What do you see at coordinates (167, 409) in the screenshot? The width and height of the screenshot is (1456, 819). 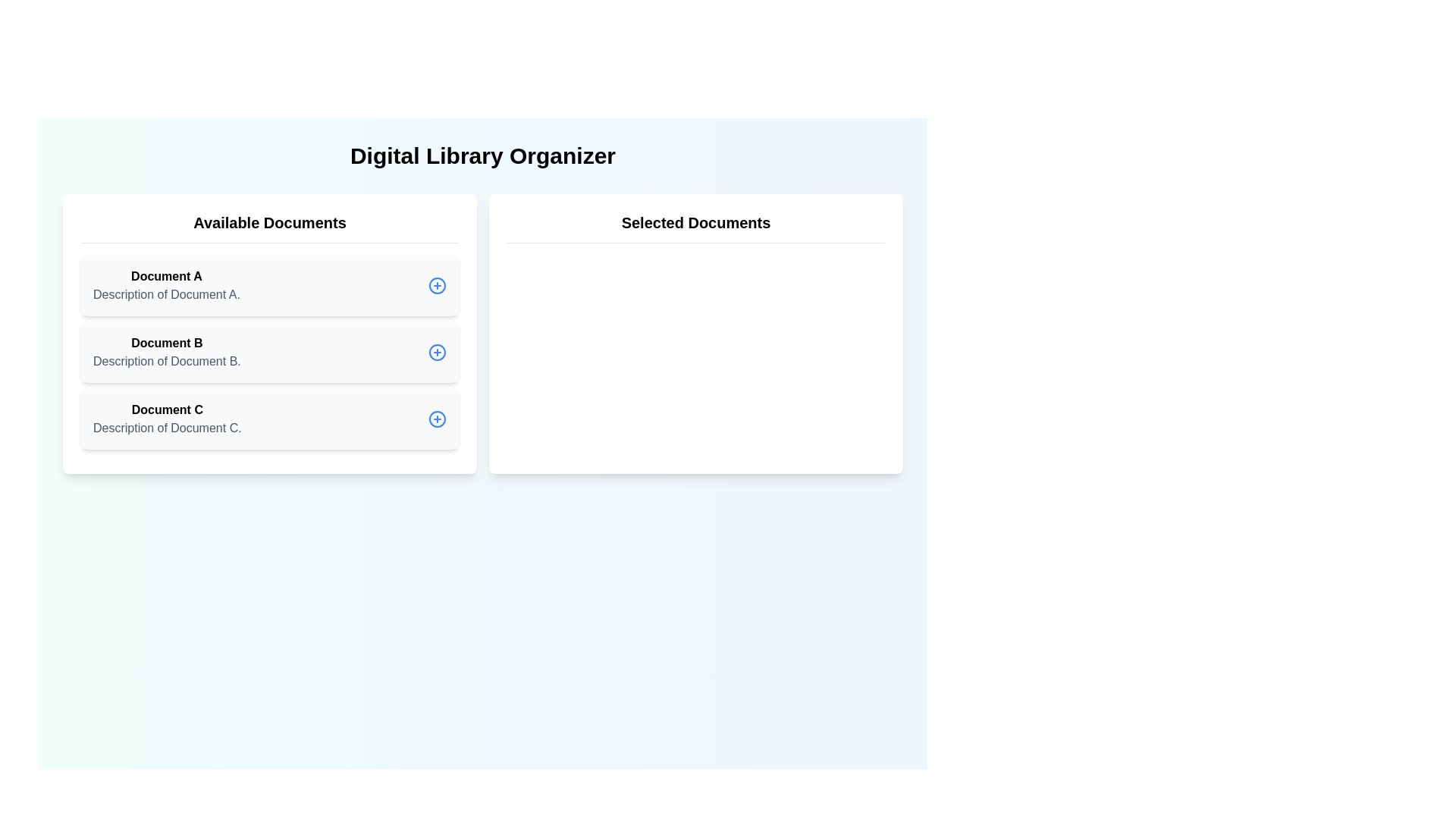 I see `the 'Document C' text label which serves as the title for the corresponding document in the 'Available Documents' section` at bounding box center [167, 409].